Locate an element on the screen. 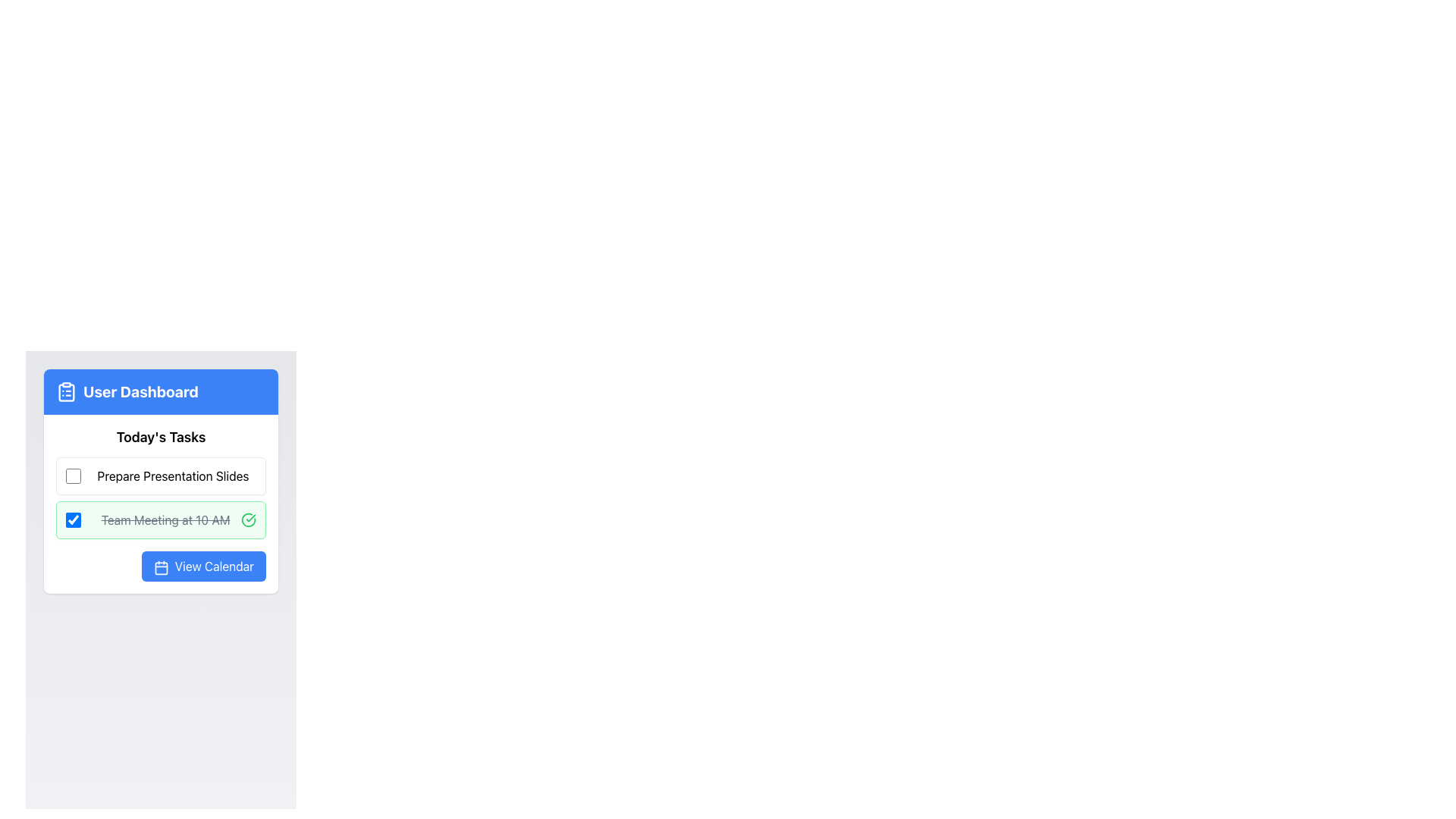 This screenshot has width=1456, height=819. the 'View Calendar' button is located at coordinates (161, 566).